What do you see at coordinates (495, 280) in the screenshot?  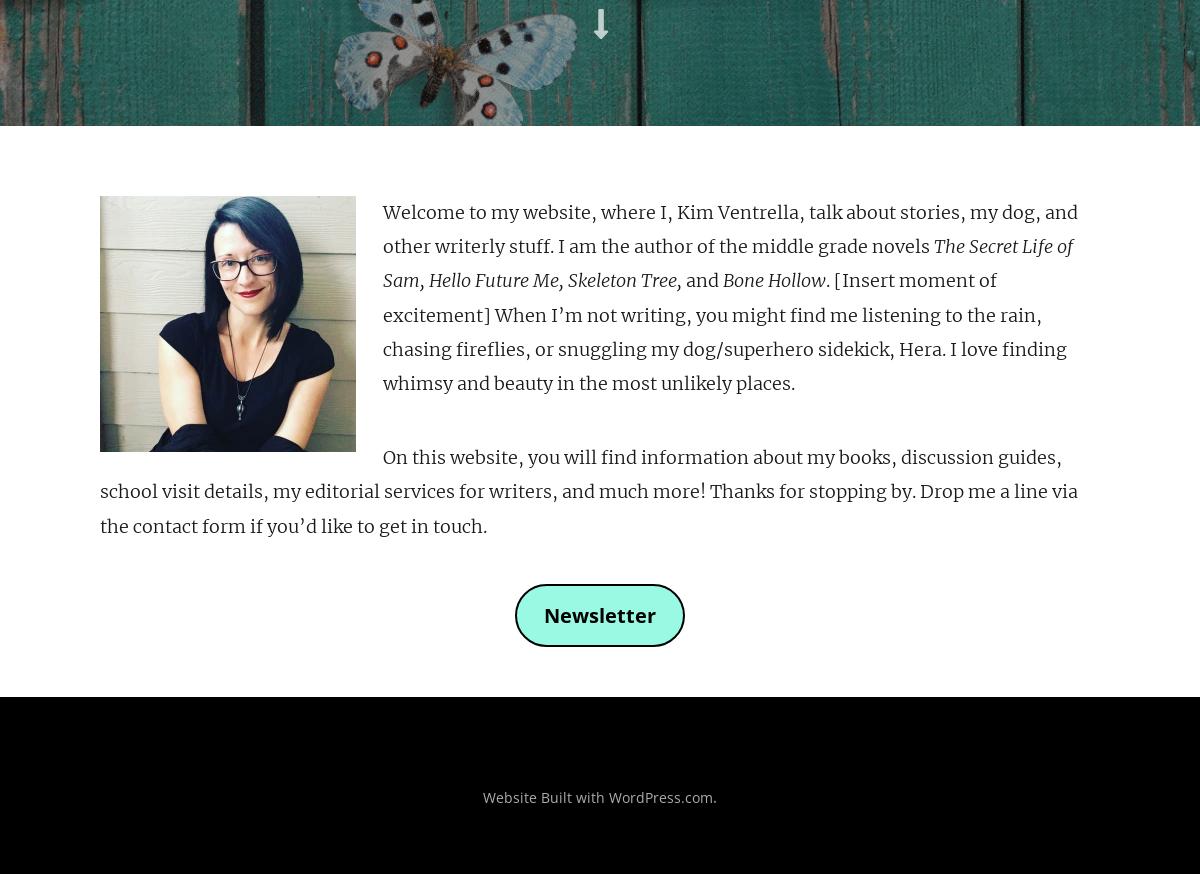 I see `'Hello Future Me,'` at bounding box center [495, 280].